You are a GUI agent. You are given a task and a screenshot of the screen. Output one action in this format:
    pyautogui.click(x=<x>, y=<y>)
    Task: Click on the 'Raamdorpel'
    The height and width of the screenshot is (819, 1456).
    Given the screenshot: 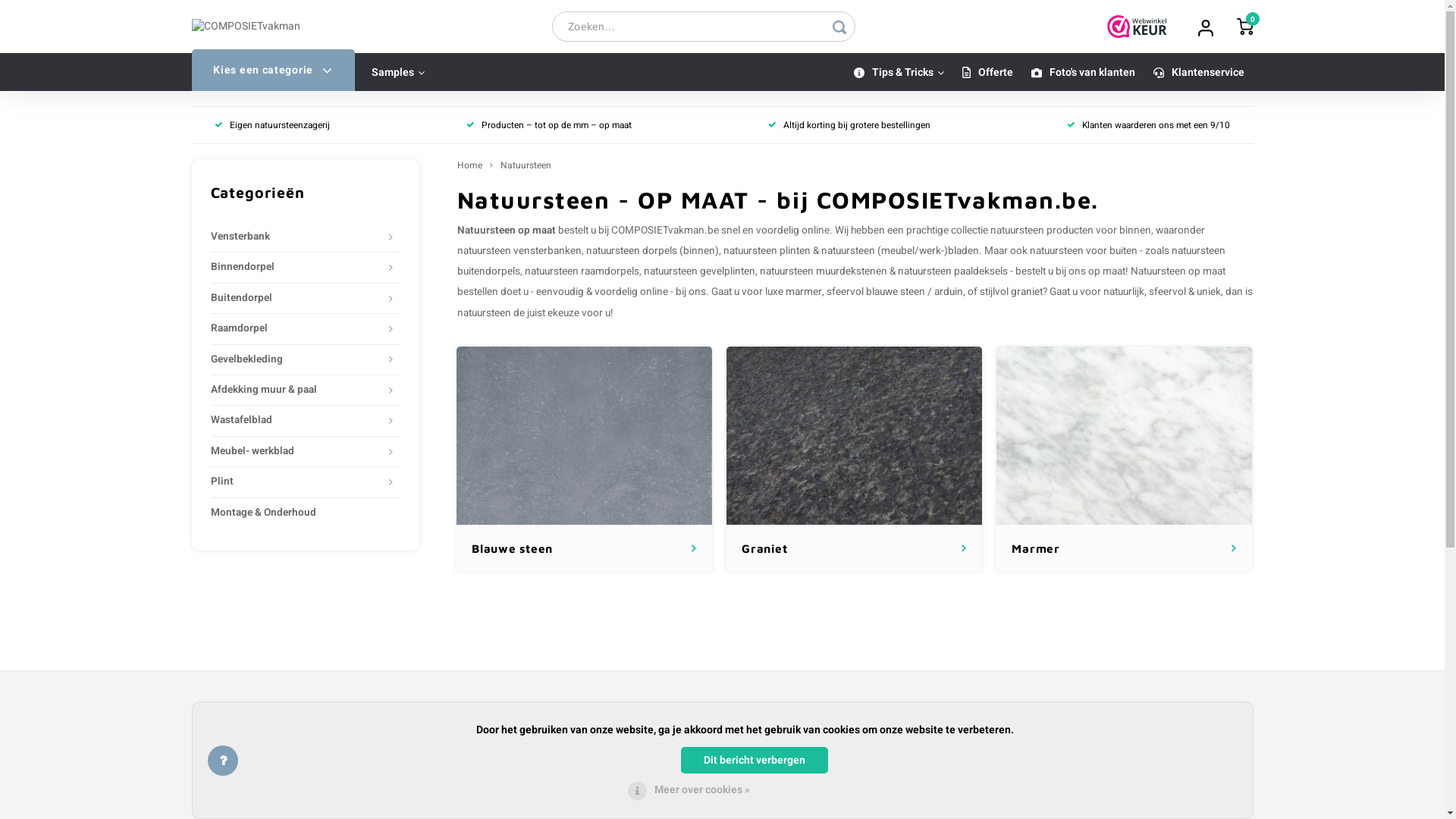 What is the action you would take?
    pyautogui.click(x=296, y=328)
    